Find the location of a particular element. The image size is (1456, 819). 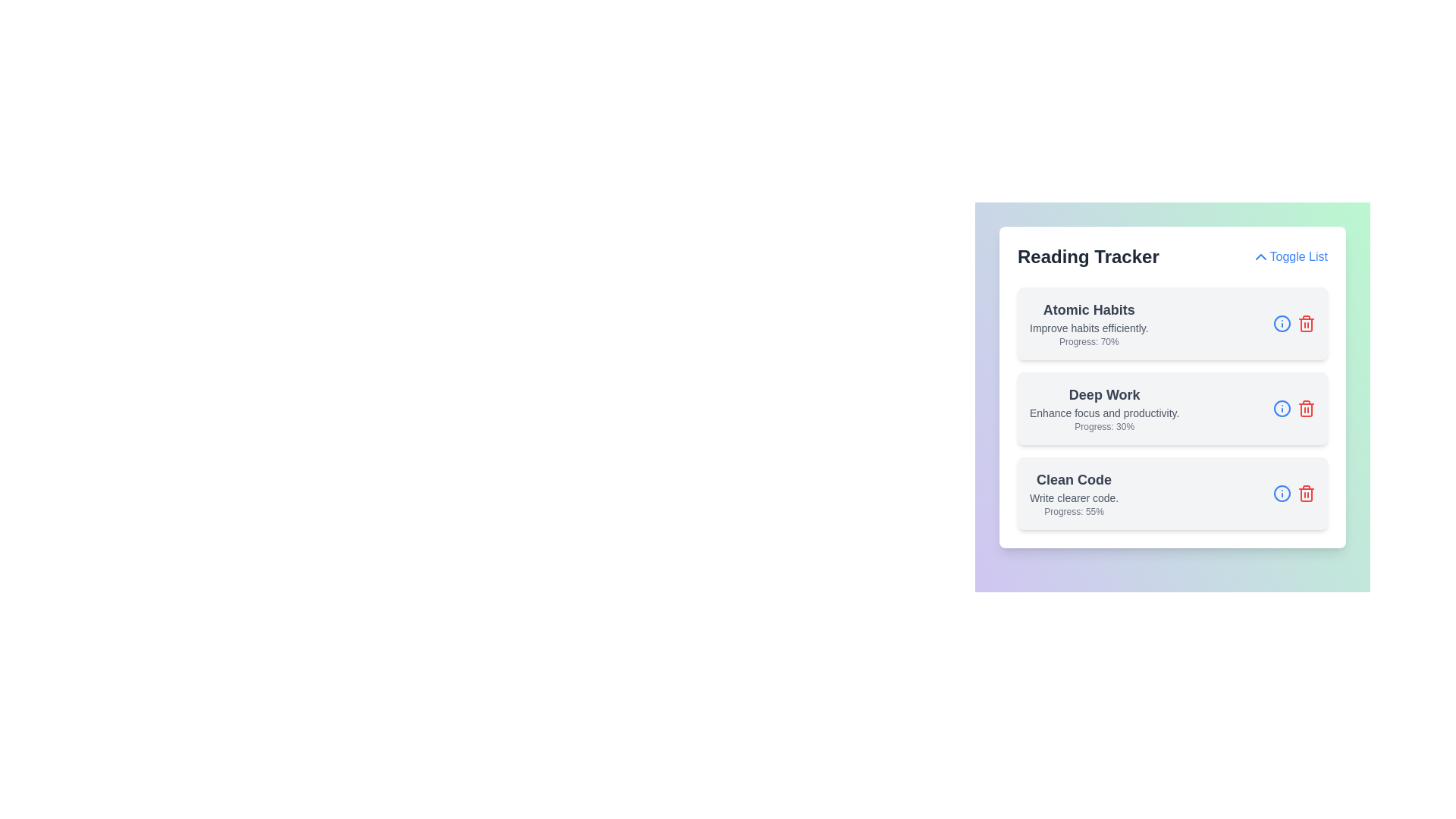

the text label displaying 'Improve habits efficiently.' which is located beneath the title 'Atomic Habits' and above the progress indicator 'Progress: 70%' is located at coordinates (1088, 327).